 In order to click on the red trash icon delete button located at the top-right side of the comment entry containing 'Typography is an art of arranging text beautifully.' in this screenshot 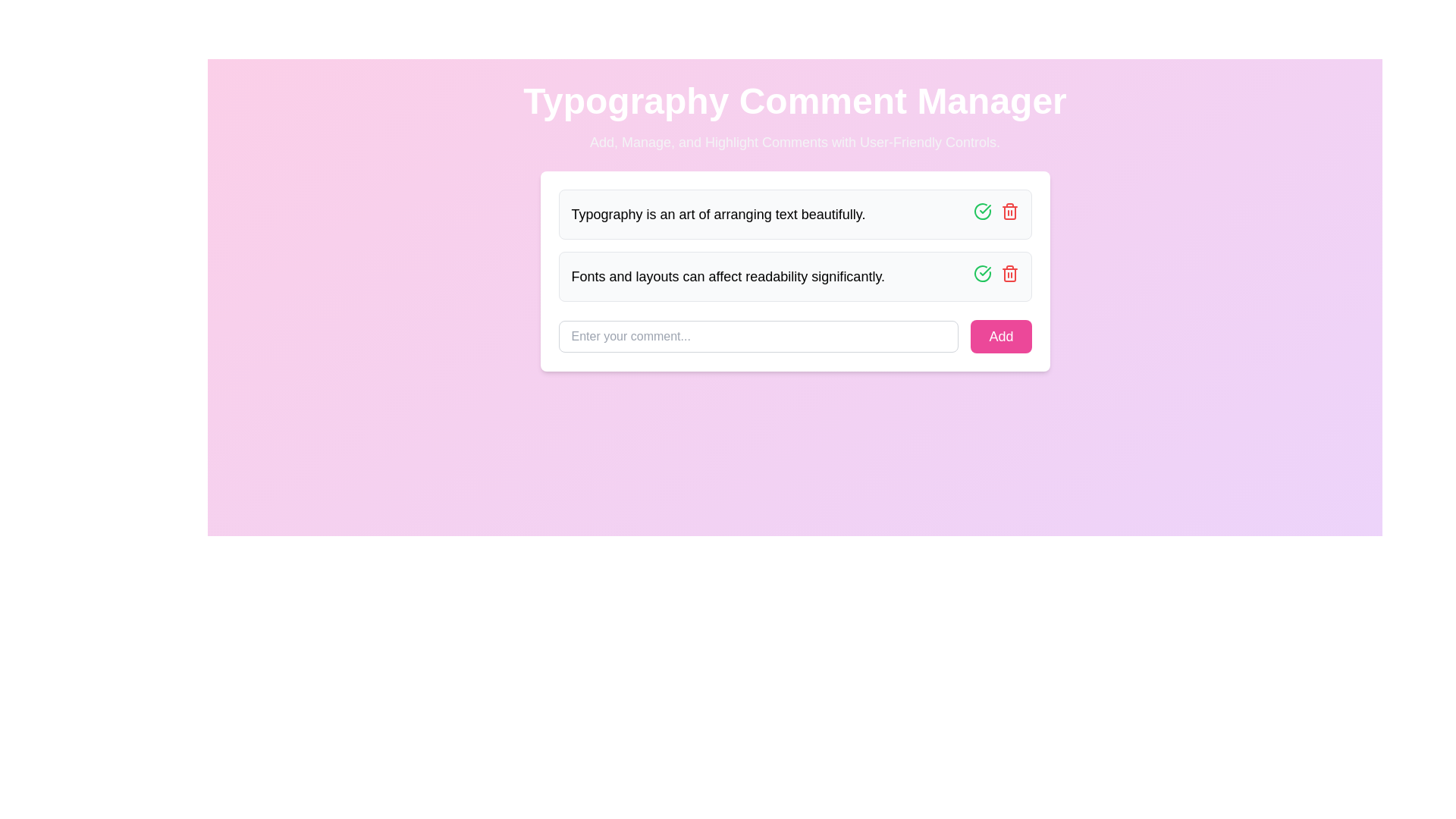, I will do `click(1009, 211)`.